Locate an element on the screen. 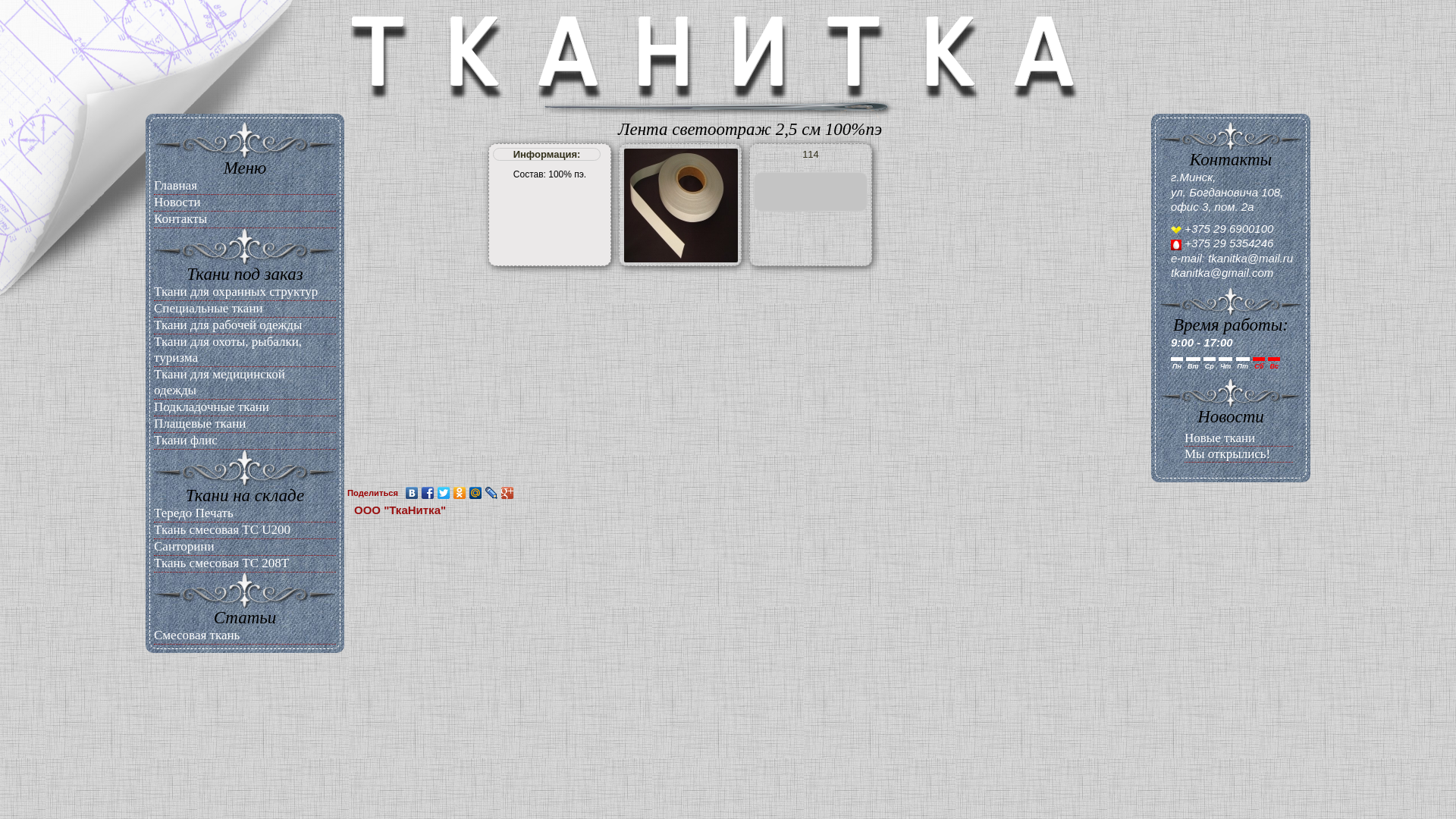 The height and width of the screenshot is (819, 1456). 'Google Plus' is located at coordinates (507, 493).